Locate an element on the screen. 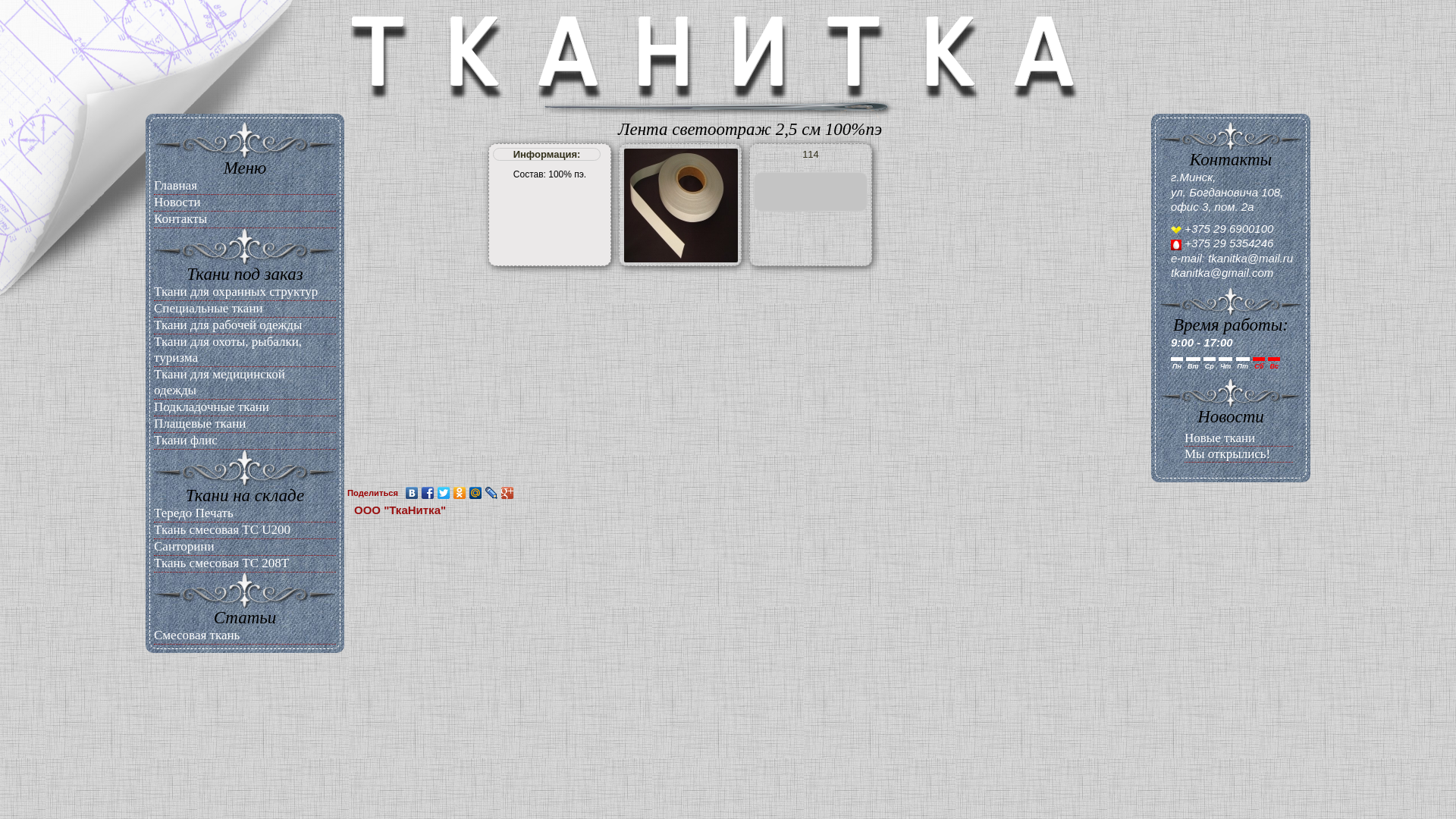 The height and width of the screenshot is (819, 1456). 'Google Plus' is located at coordinates (507, 493).